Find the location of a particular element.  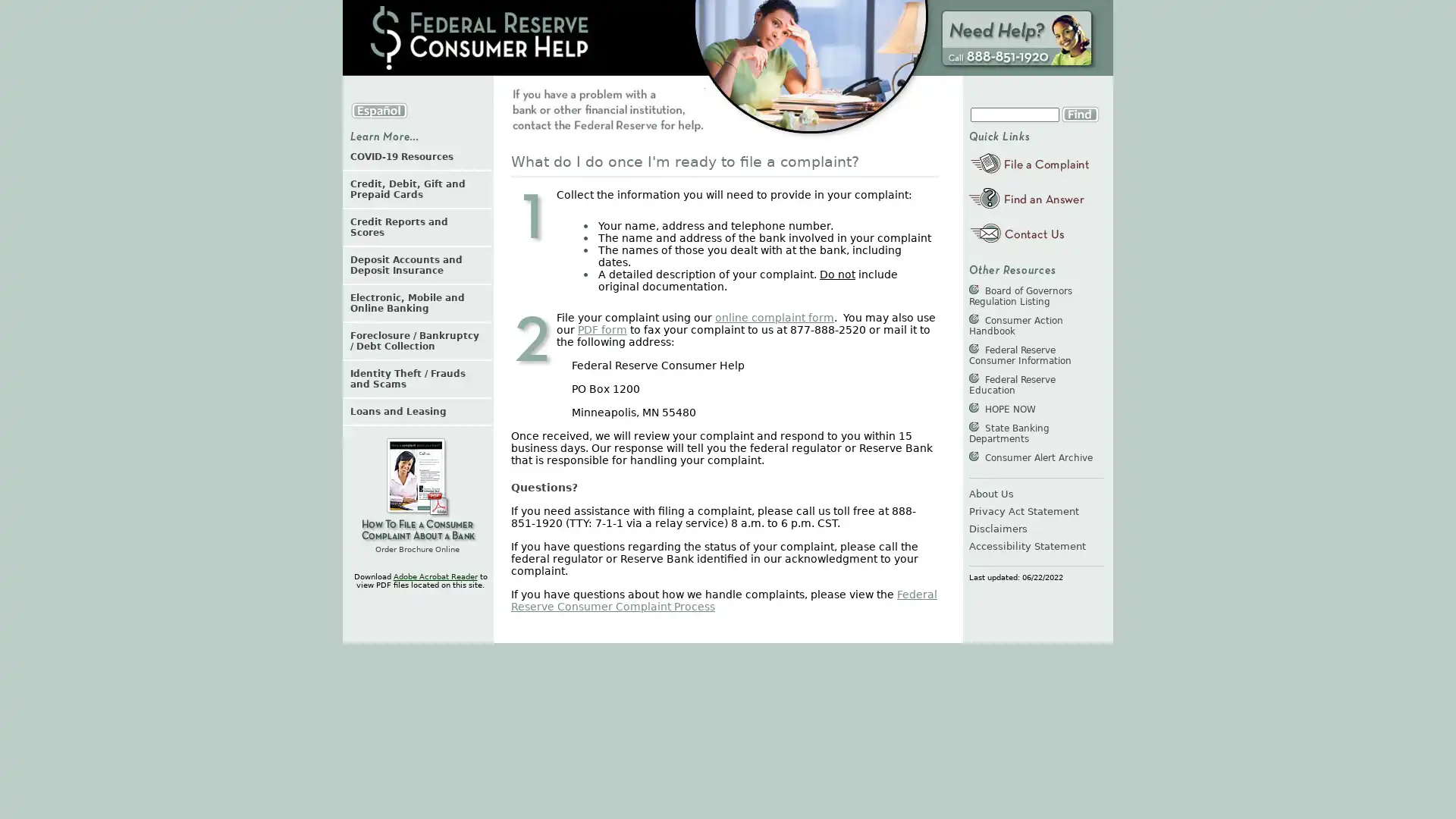

Find is located at coordinates (1079, 113).